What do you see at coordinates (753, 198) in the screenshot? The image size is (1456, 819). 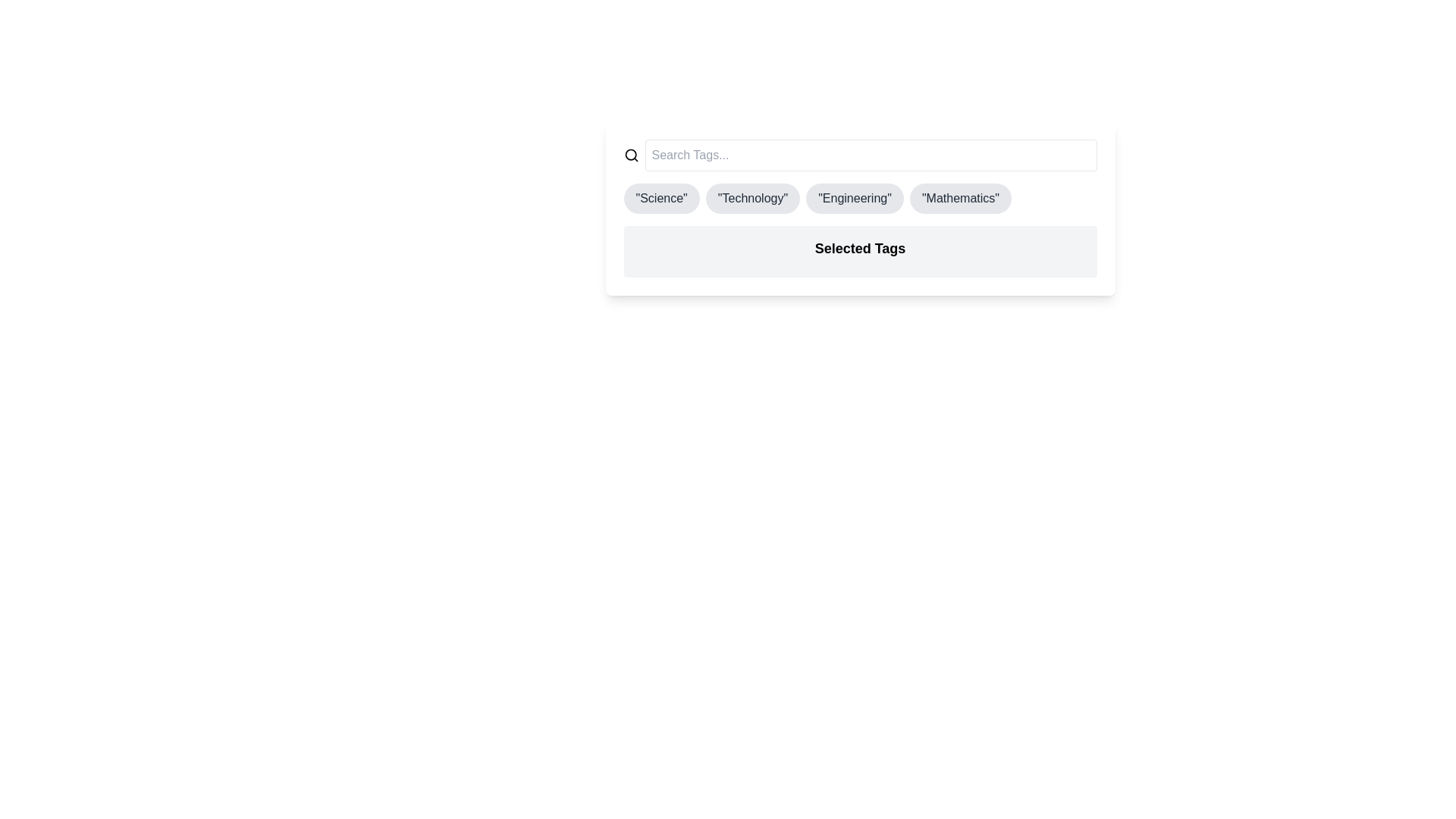 I see `the tag labeled Technology to select it` at bounding box center [753, 198].